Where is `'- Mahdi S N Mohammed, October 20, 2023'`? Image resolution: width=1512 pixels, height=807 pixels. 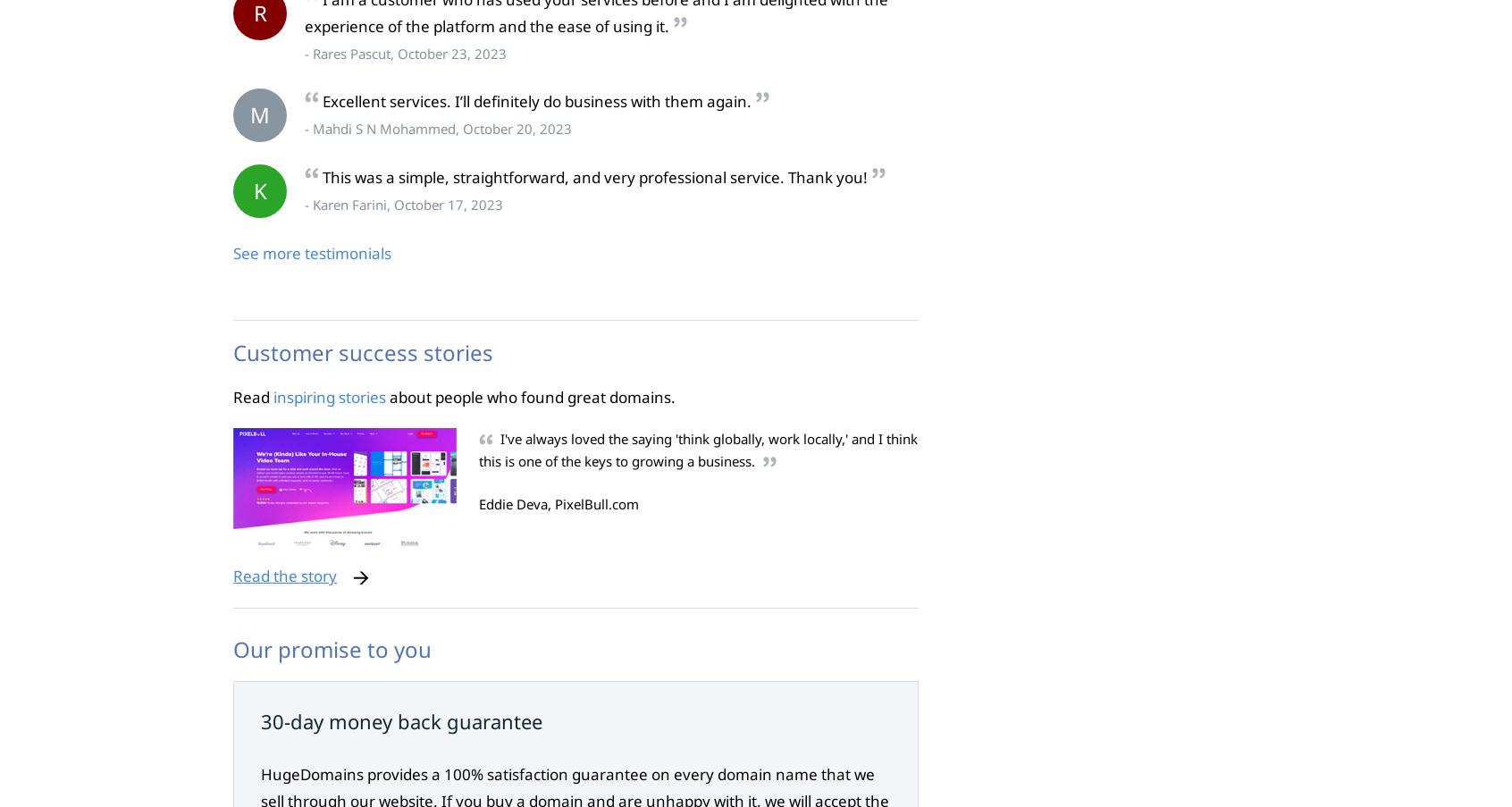
'- Mahdi S N Mohammed, October 20, 2023' is located at coordinates (437, 128).